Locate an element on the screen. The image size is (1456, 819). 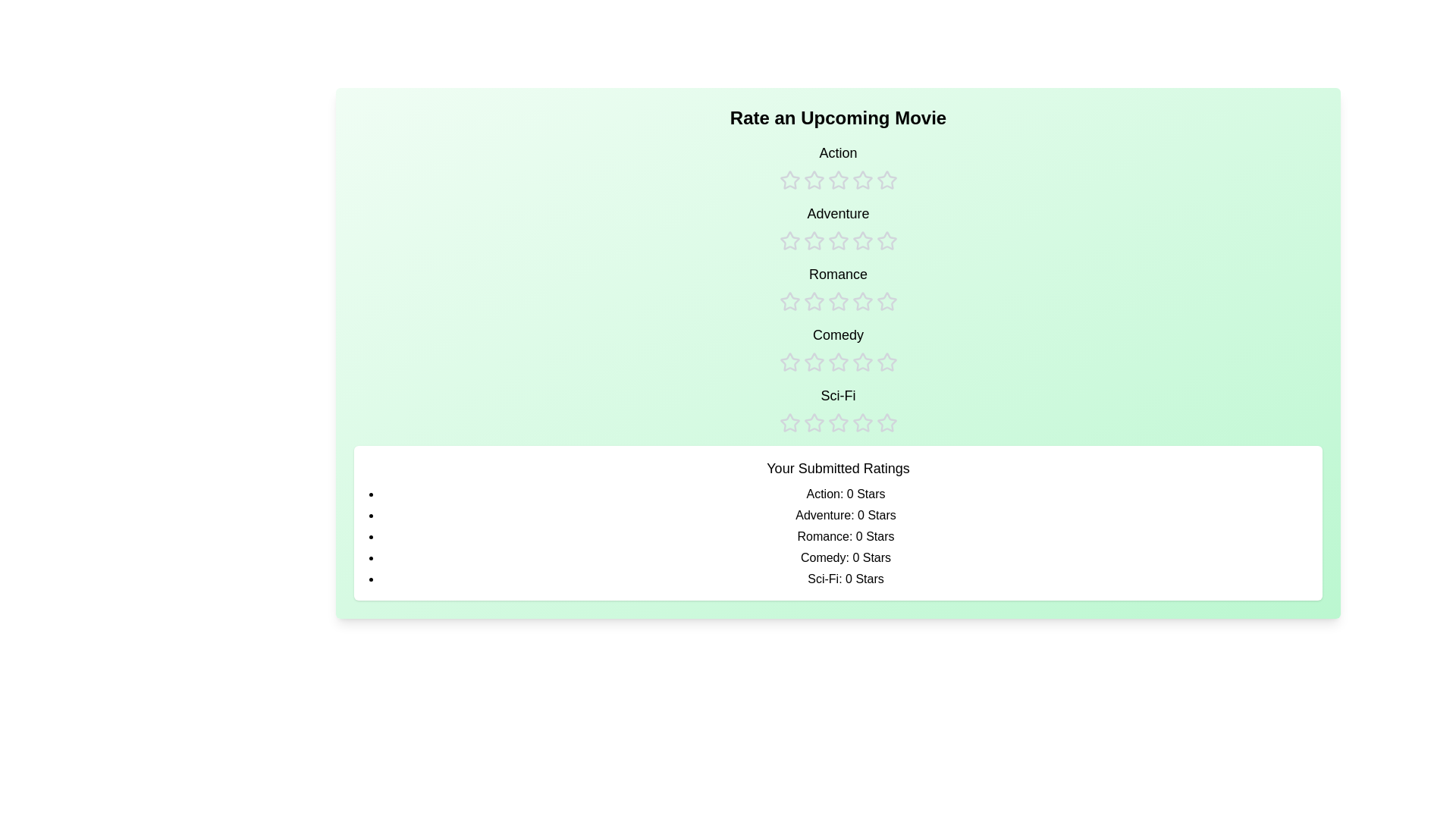
the rating for the Action category to 5 stars is located at coordinates (886, 166).